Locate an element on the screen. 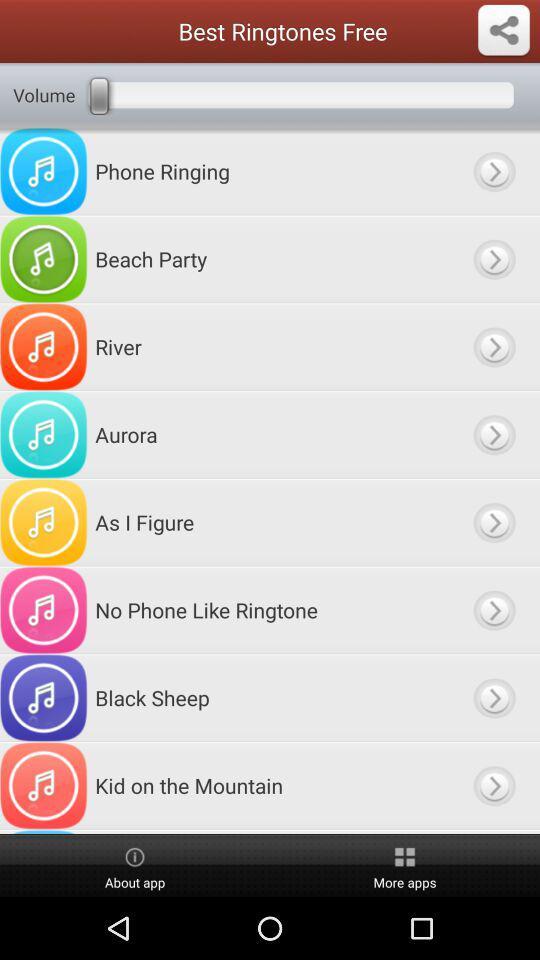  next option is located at coordinates (493, 609).